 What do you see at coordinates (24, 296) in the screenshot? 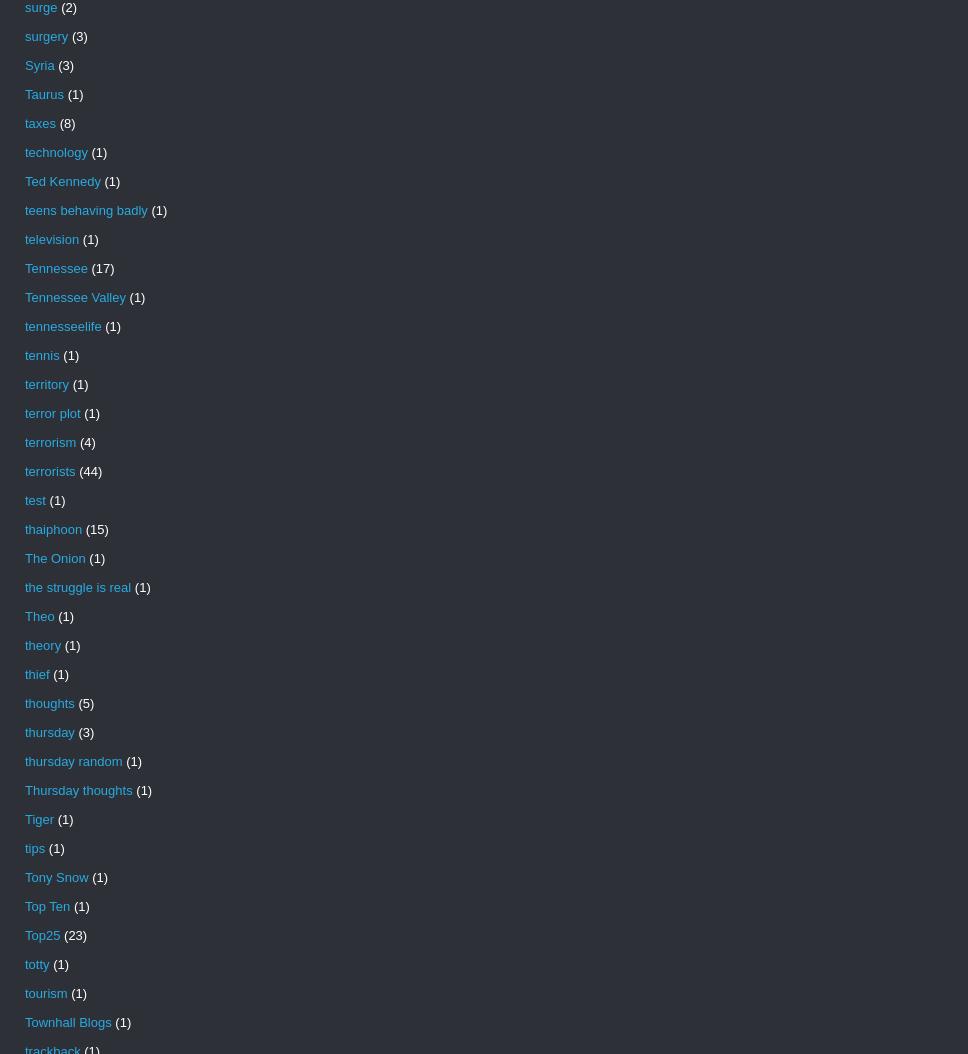
I see `'Tennessee Valley'` at bounding box center [24, 296].